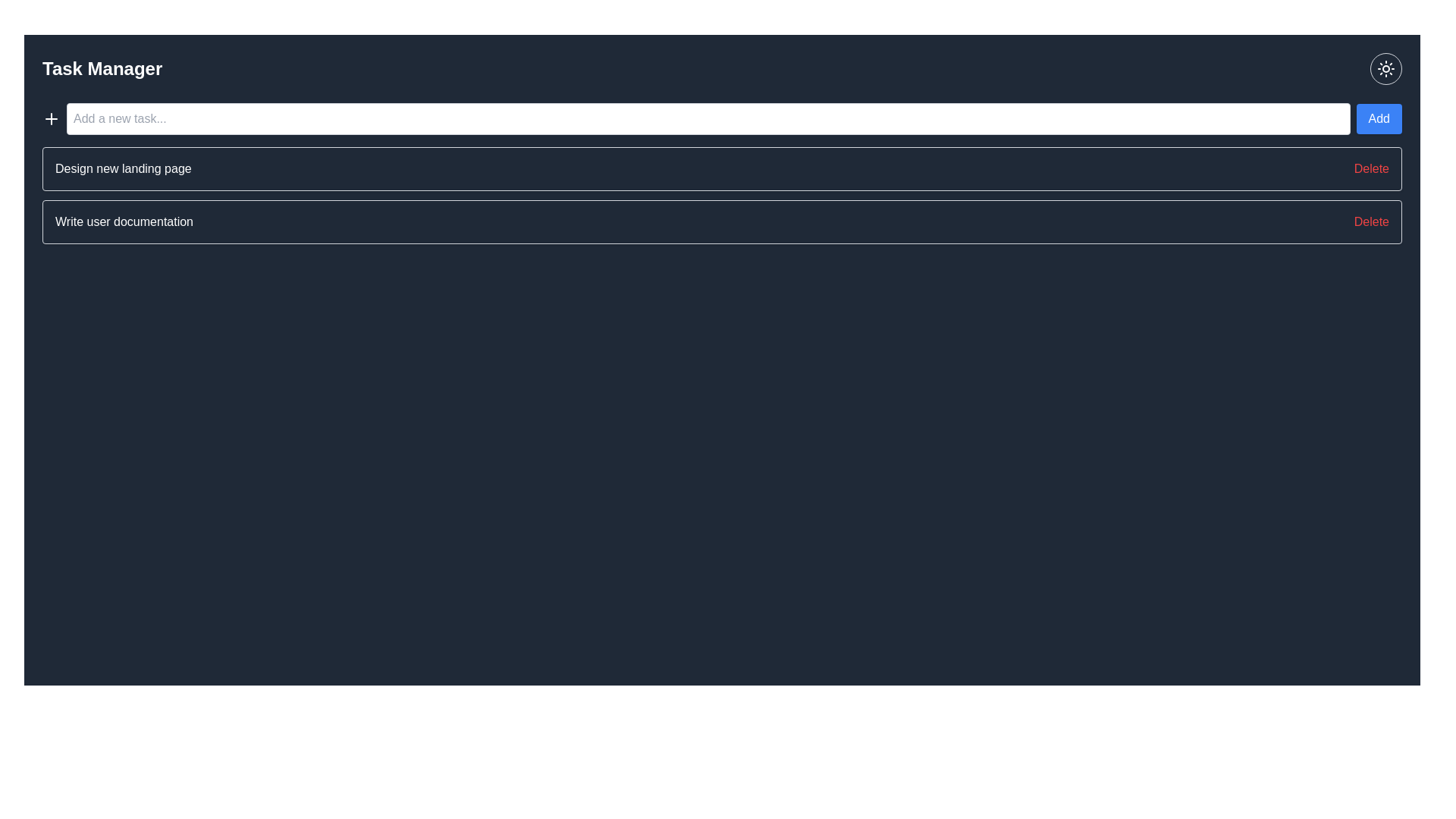 The height and width of the screenshot is (819, 1456). I want to click on the second task item in the list with a blue background labeled 'Write user documentation', which contains a red 'Delete' button on the right, so click(721, 222).